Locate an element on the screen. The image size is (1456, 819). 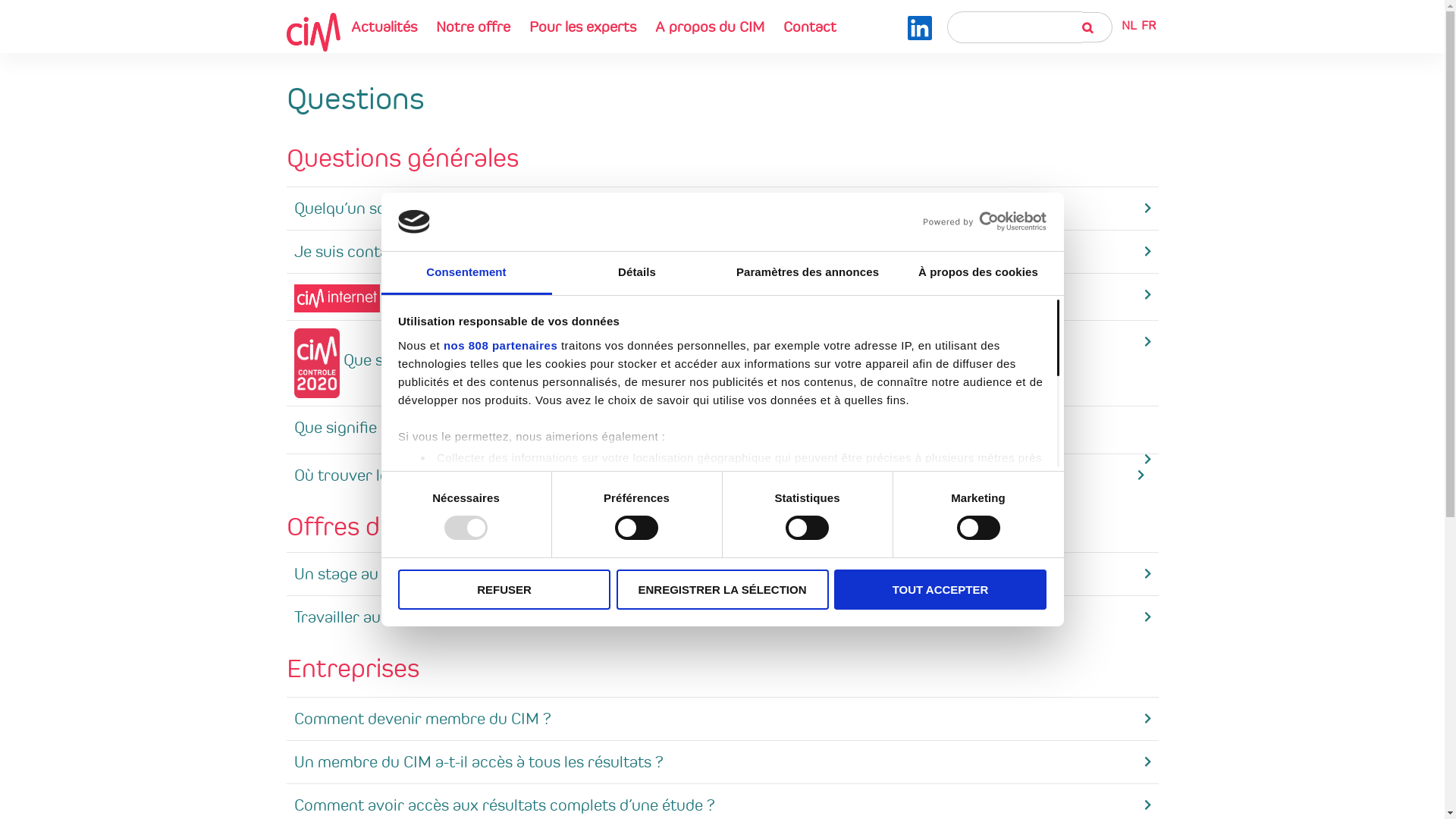
'TOUT ACCEPTER' is located at coordinates (939, 588).